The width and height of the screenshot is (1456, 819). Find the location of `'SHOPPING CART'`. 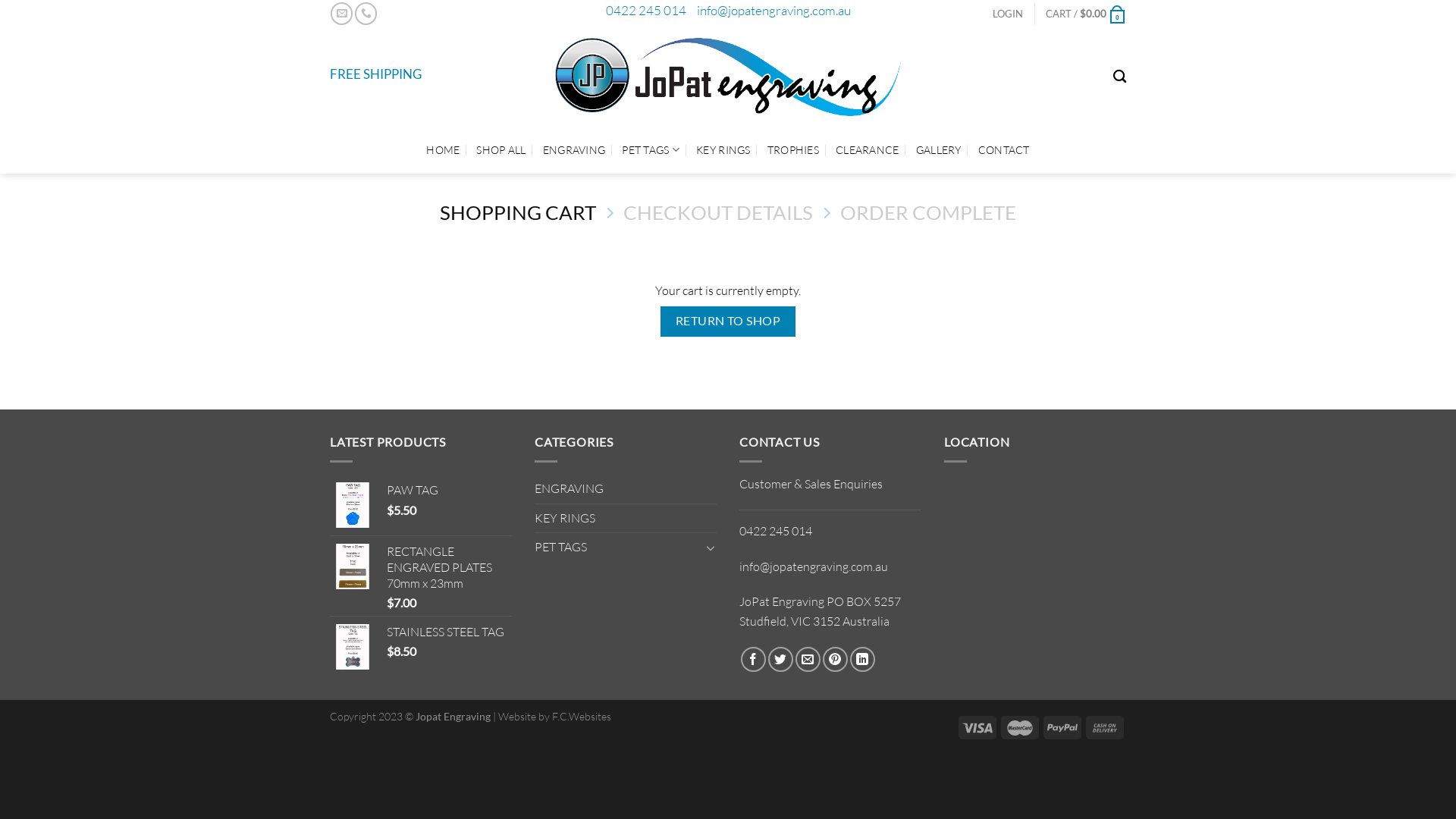

'SHOPPING CART' is located at coordinates (517, 212).